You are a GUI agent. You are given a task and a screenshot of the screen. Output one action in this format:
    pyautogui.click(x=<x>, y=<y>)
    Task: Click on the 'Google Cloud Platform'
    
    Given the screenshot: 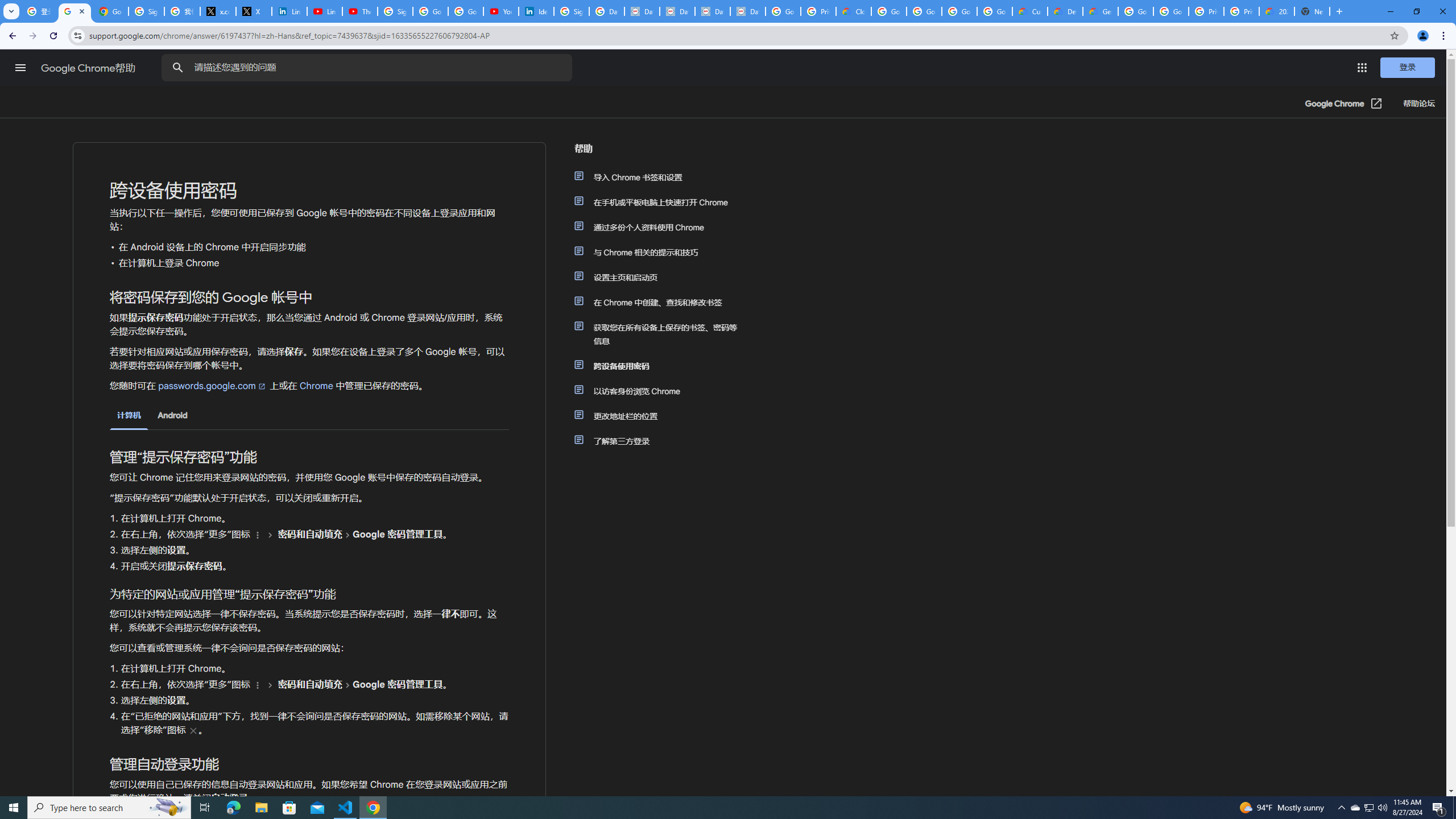 What is the action you would take?
    pyautogui.click(x=1135, y=11)
    